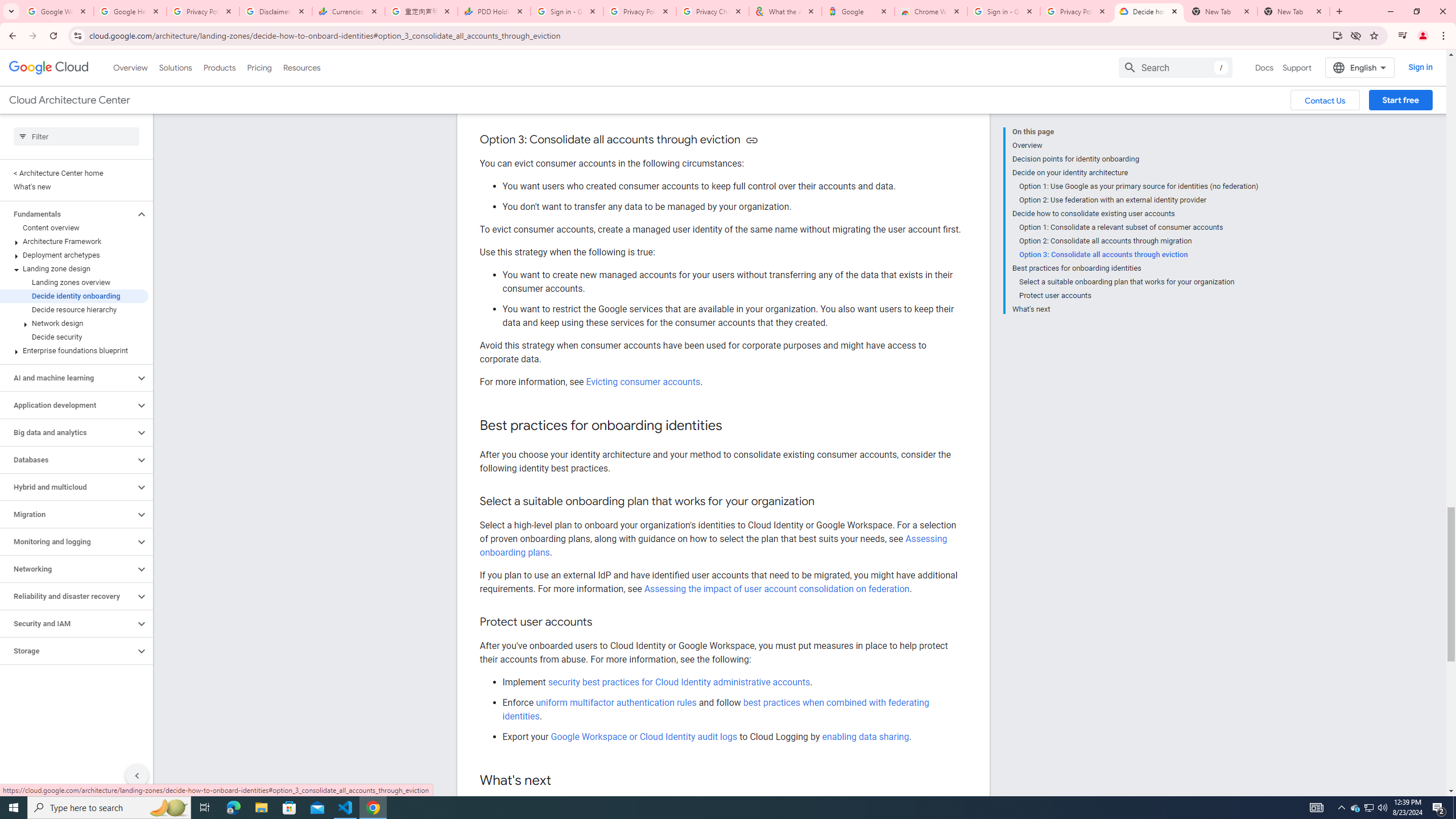 This screenshot has width=1456, height=819. What do you see at coordinates (67, 213) in the screenshot?
I see `'Fundamentals'` at bounding box center [67, 213].